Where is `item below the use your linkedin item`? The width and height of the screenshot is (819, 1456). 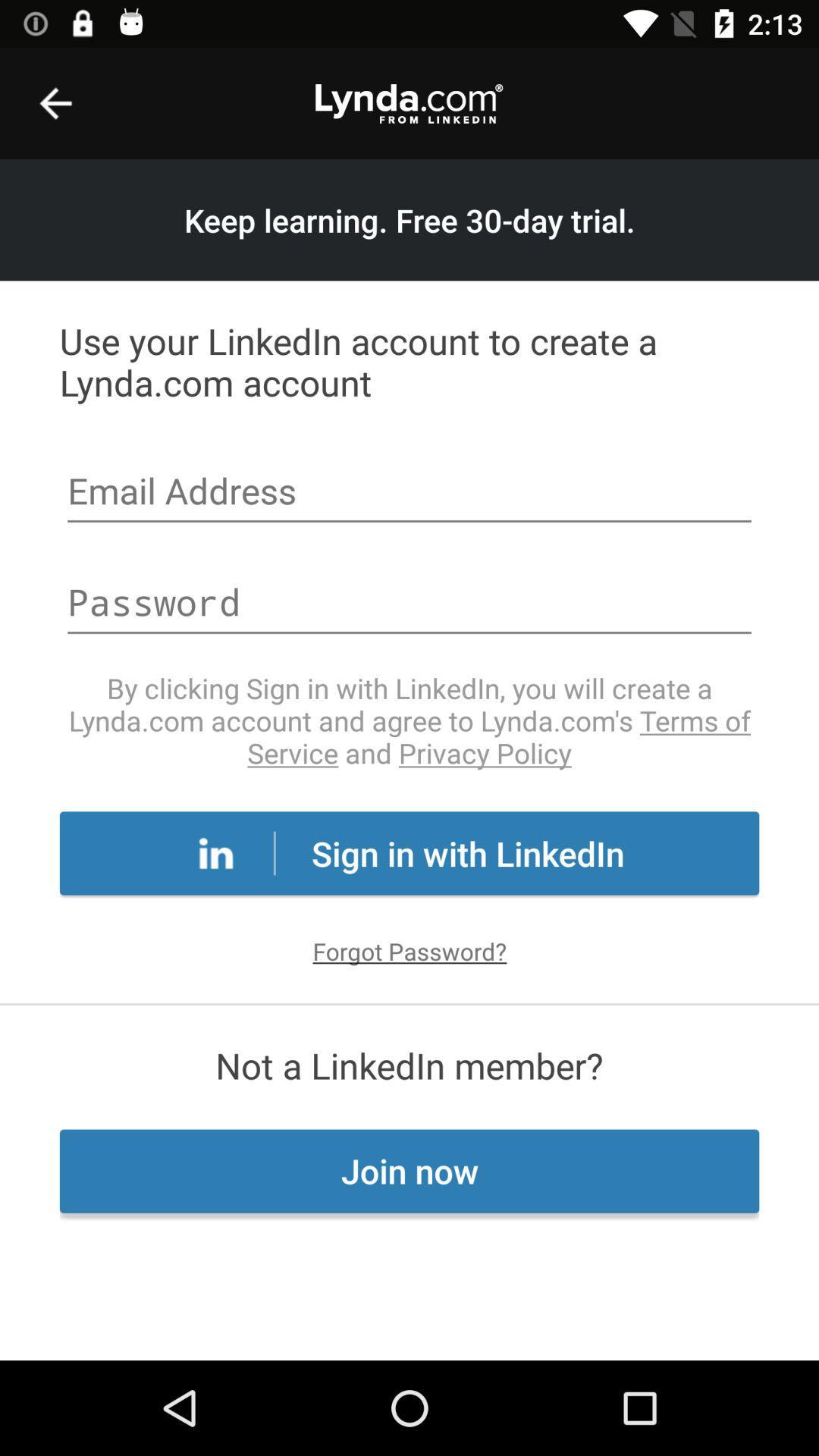
item below the use your linkedin item is located at coordinates (409, 493).